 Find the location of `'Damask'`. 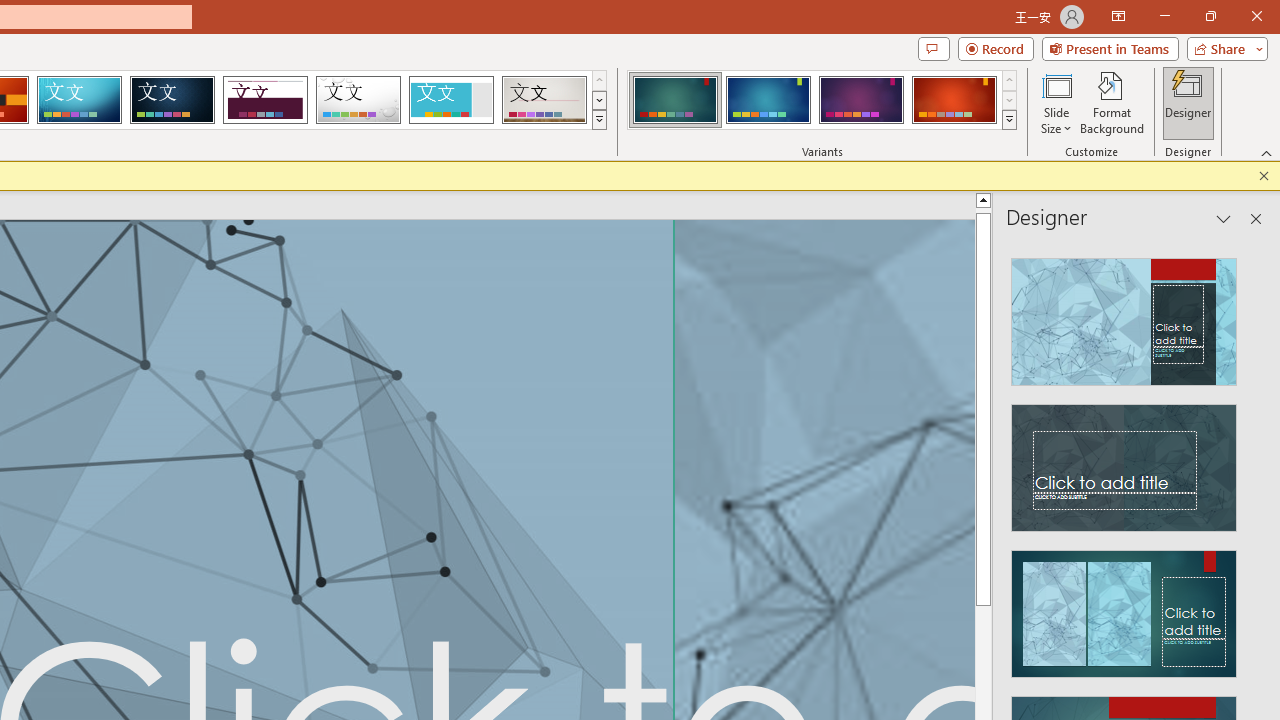

'Damask' is located at coordinates (172, 100).